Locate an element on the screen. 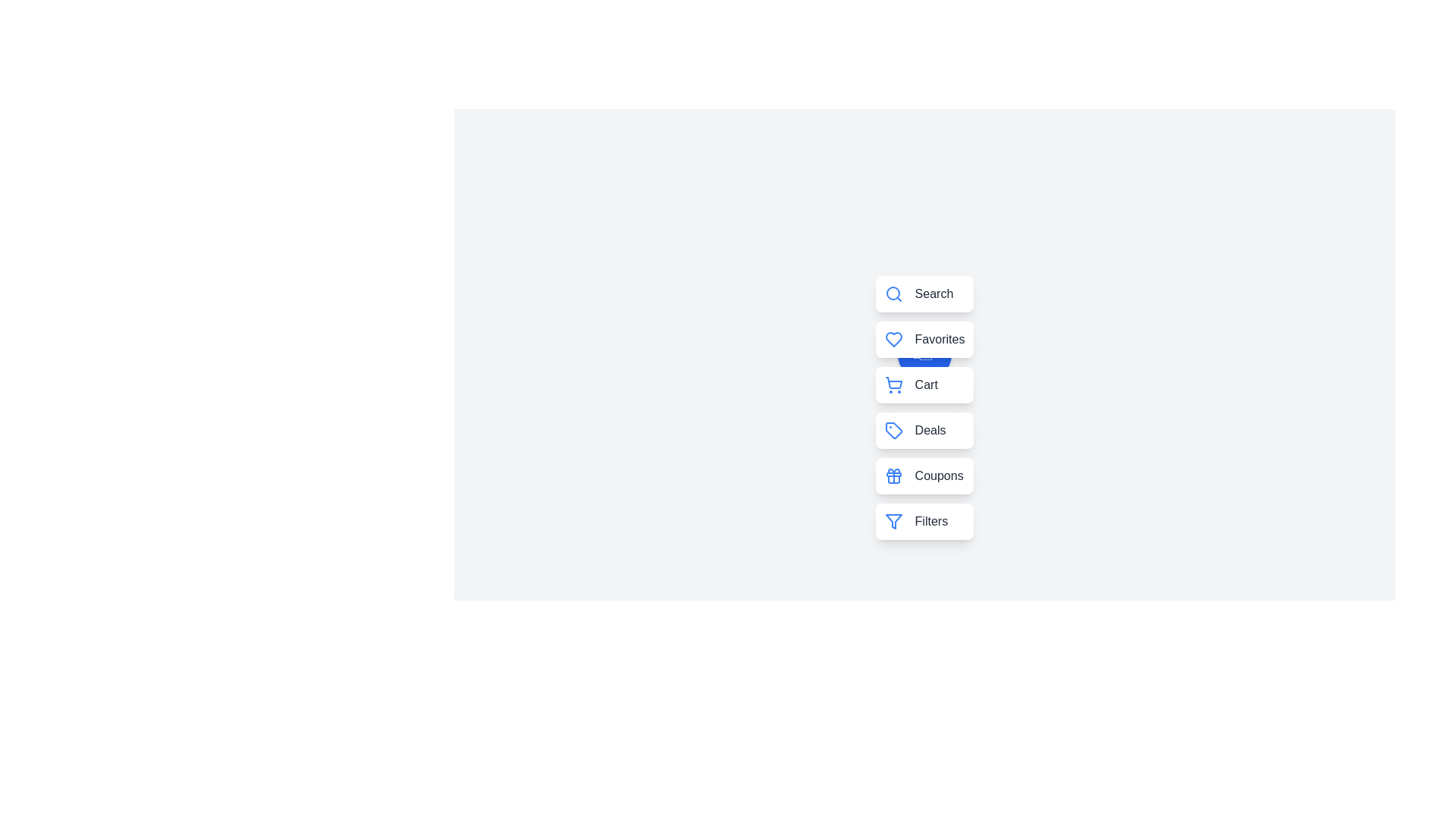 This screenshot has height=819, width=1456. the heart-shaped icon with a blue outline and white fill labeled 'Favorites' in the second position of the vertical menu is located at coordinates (893, 338).